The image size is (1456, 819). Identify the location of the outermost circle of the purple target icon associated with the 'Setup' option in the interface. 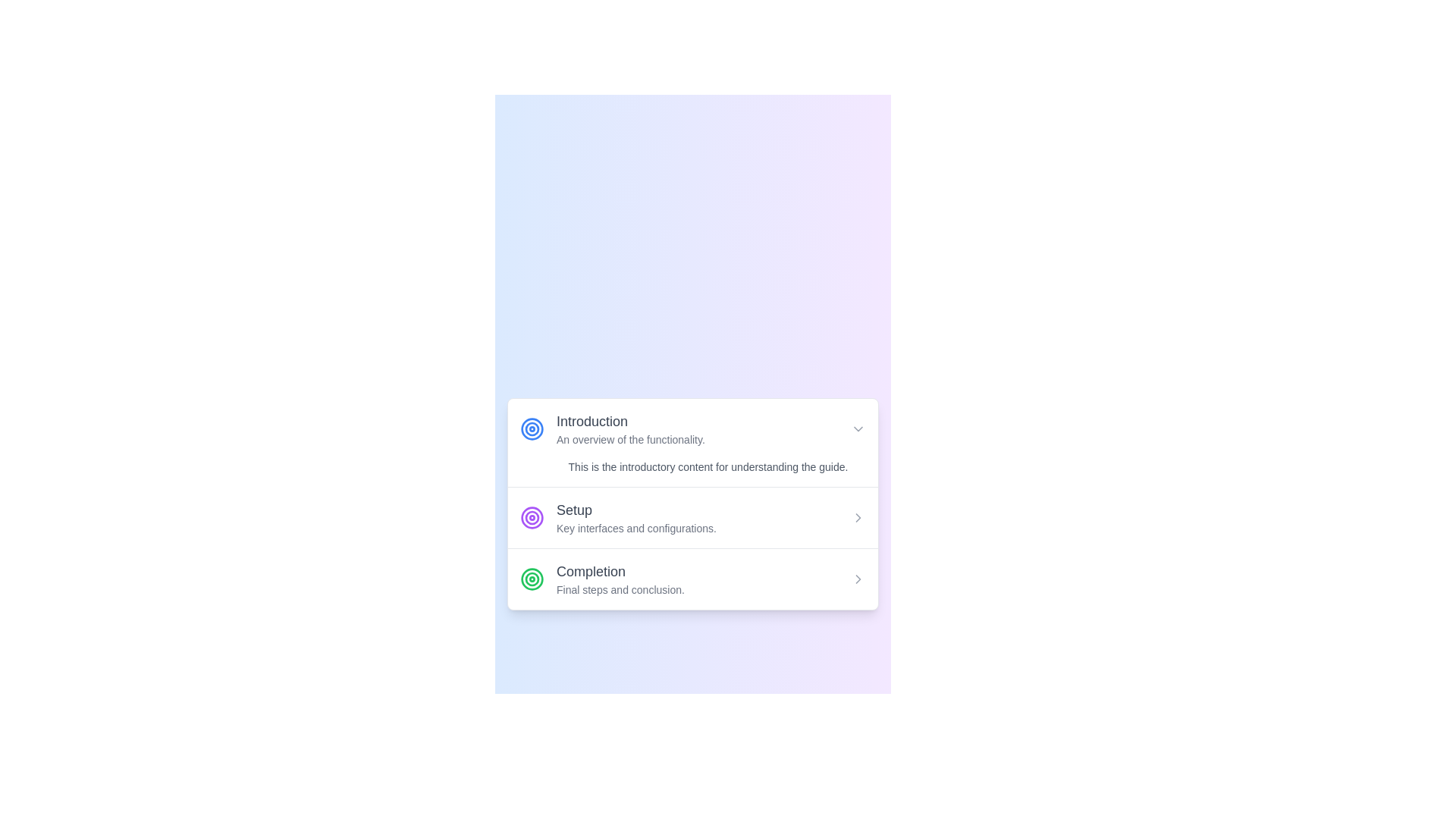
(532, 516).